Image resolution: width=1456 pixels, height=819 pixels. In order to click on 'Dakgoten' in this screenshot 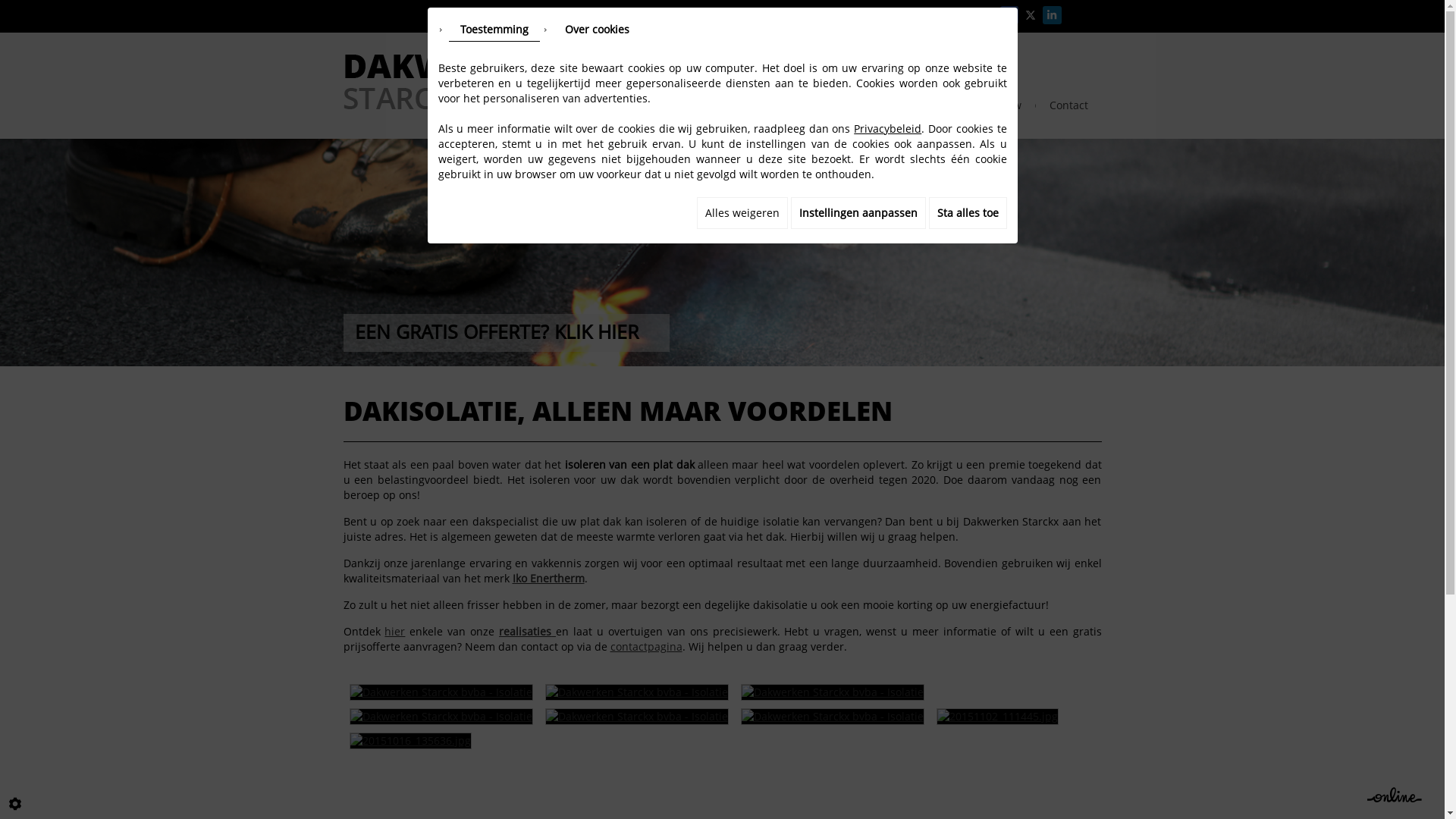, I will do `click(776, 104)`.